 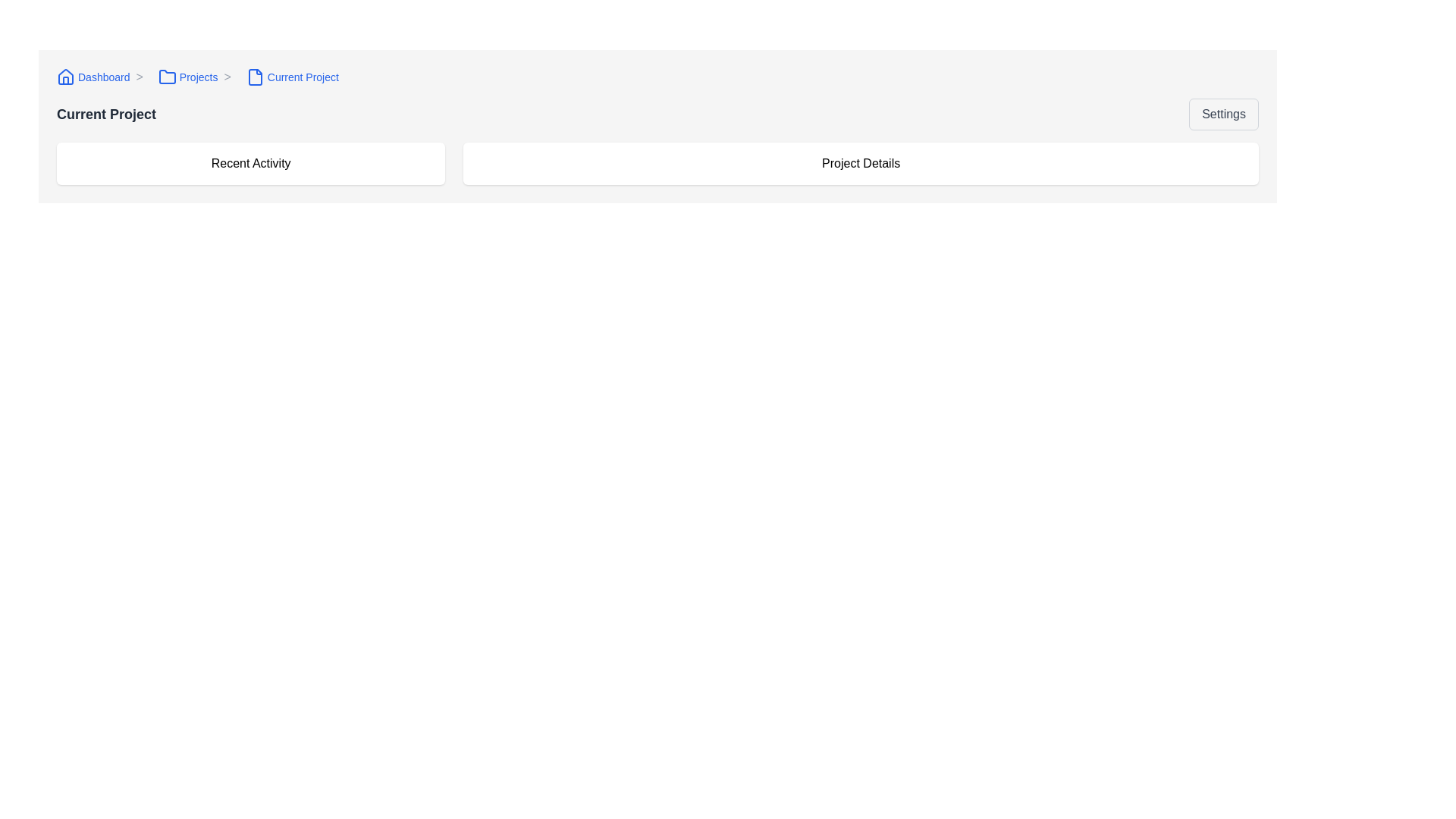 I want to click on the hyperlinked text for the 'Current Project' page in the breadcrumb navigation bar, so click(x=292, y=77).